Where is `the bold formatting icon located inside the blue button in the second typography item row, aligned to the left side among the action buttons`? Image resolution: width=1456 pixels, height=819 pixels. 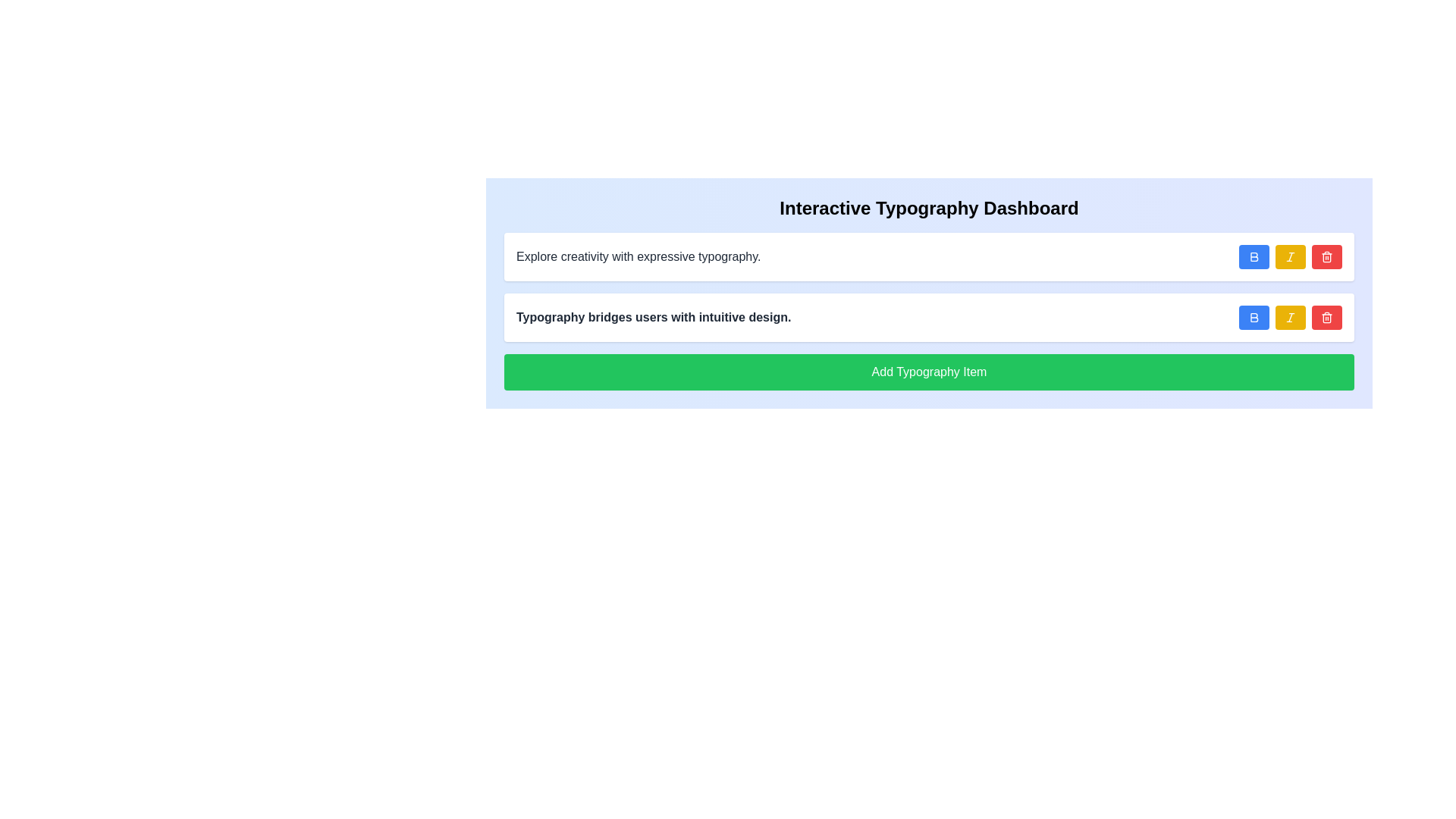
the bold formatting icon located inside the blue button in the second typography item row, aligned to the left side among the action buttons is located at coordinates (1254, 317).